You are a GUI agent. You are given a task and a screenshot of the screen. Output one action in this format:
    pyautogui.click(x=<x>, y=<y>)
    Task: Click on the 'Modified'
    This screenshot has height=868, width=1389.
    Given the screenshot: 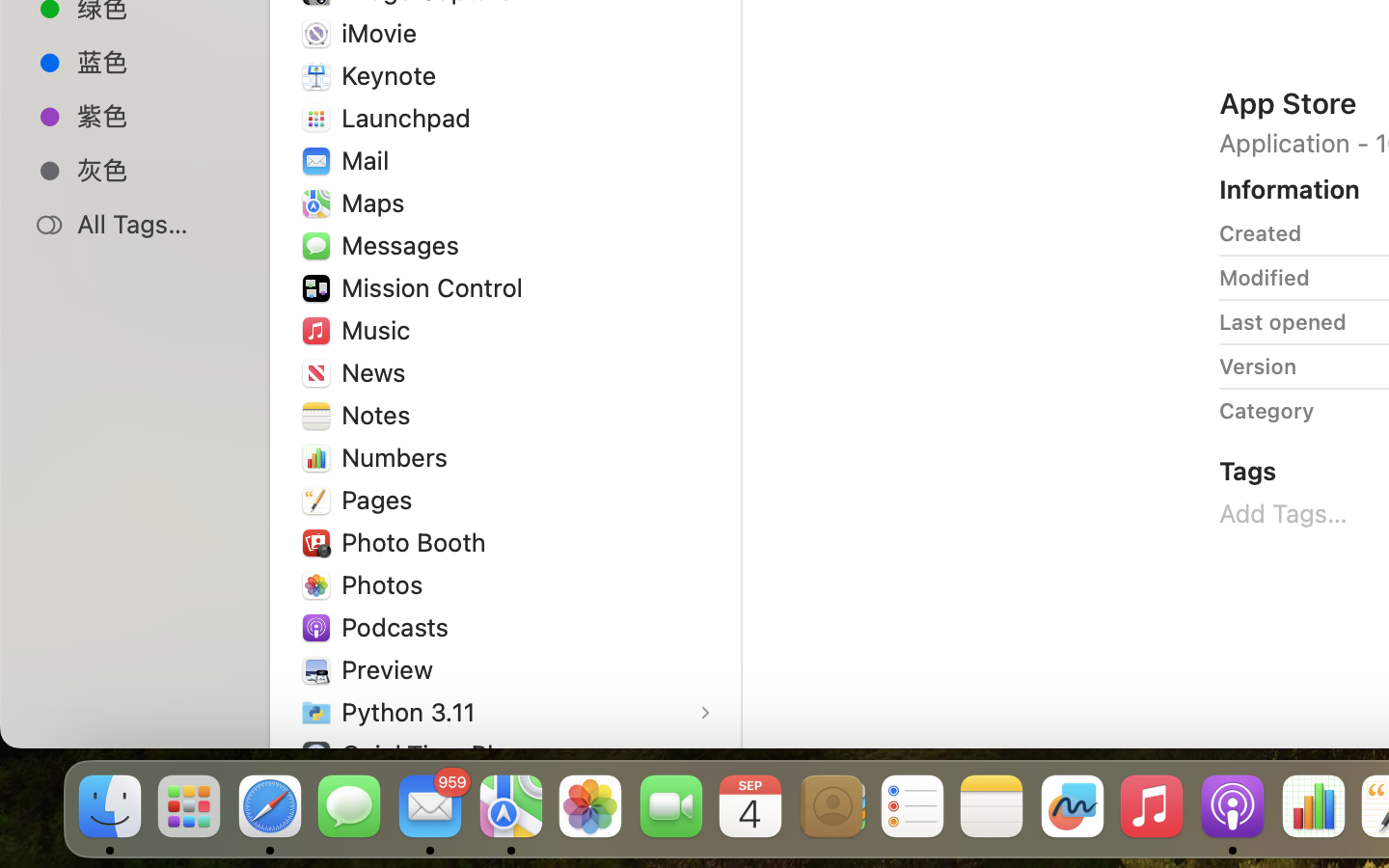 What is the action you would take?
    pyautogui.click(x=1264, y=277)
    